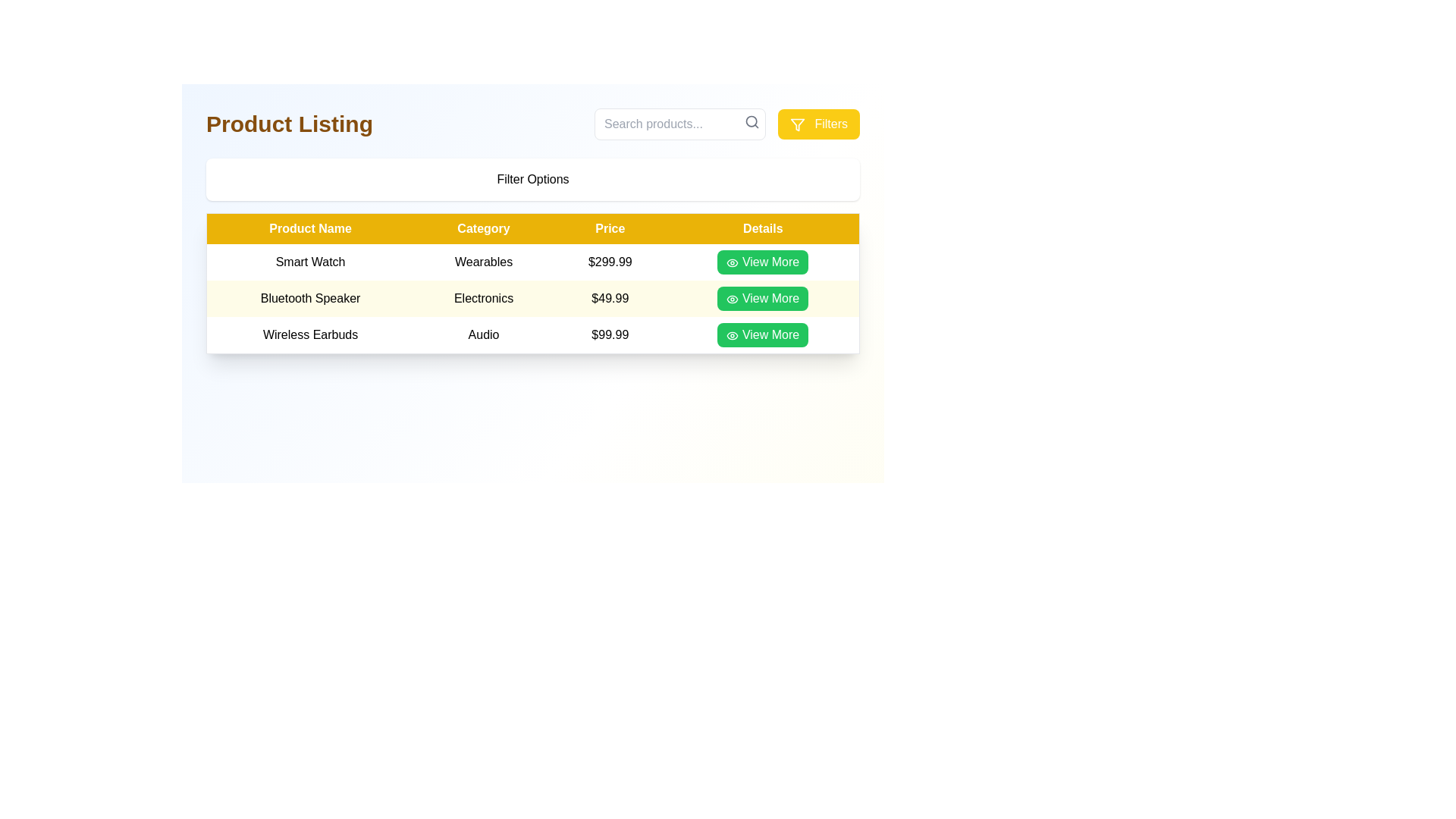  Describe the element at coordinates (532, 124) in the screenshot. I see `the 'Filters' button located in the title bar of the product listing section` at that location.